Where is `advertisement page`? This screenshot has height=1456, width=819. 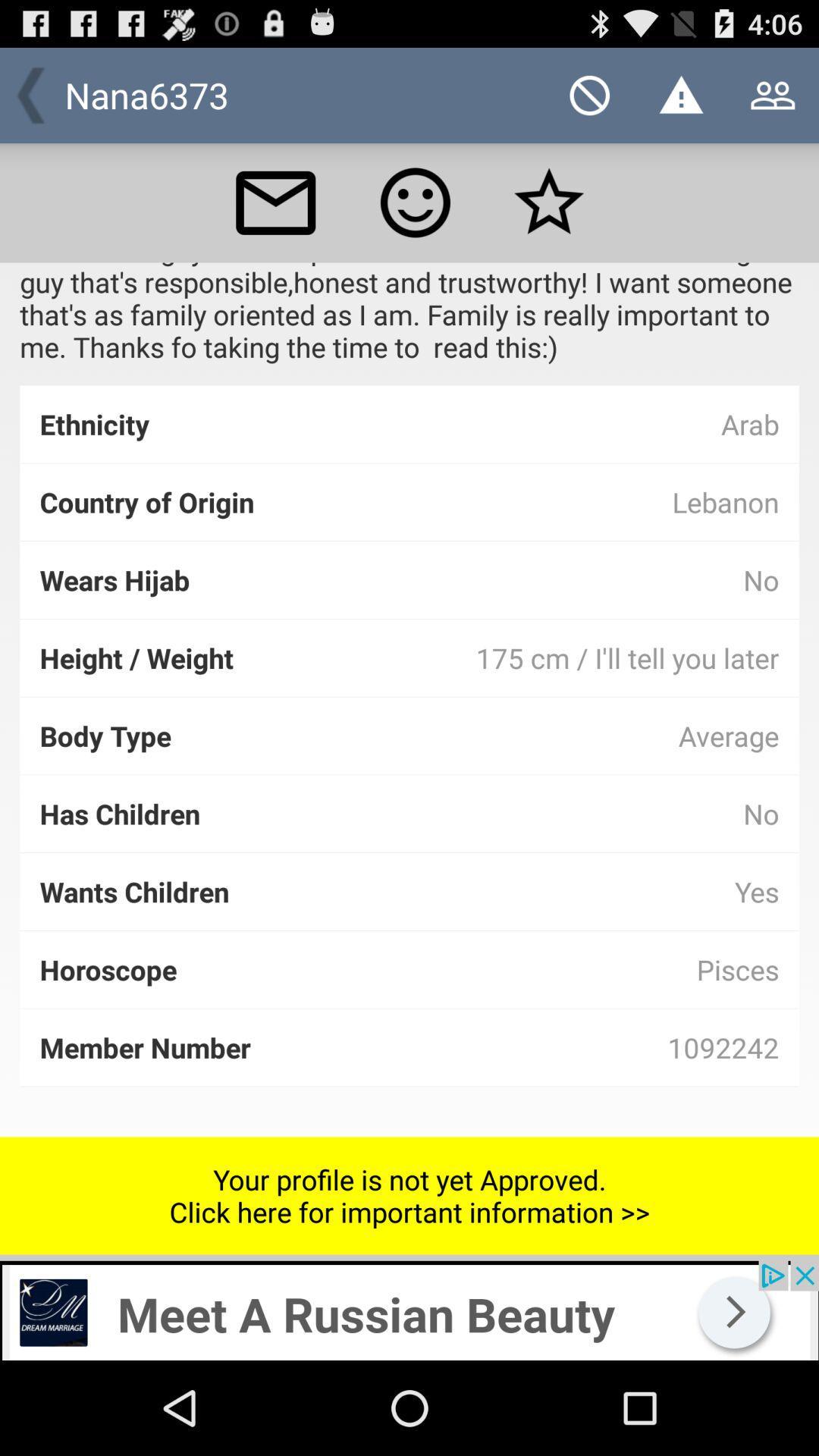 advertisement page is located at coordinates (409, 1310).